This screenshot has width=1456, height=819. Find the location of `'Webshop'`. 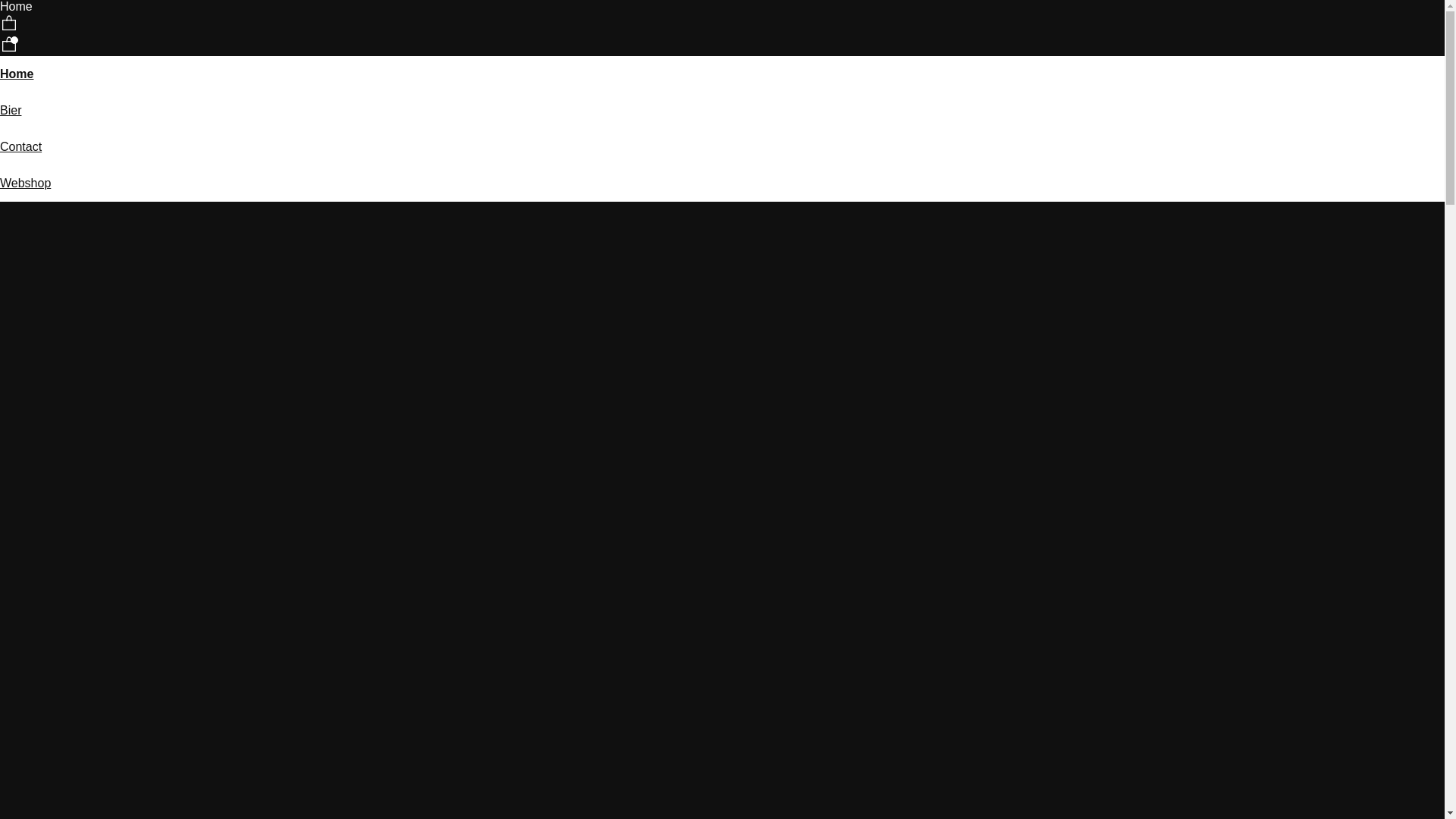

'Webshop' is located at coordinates (25, 182).